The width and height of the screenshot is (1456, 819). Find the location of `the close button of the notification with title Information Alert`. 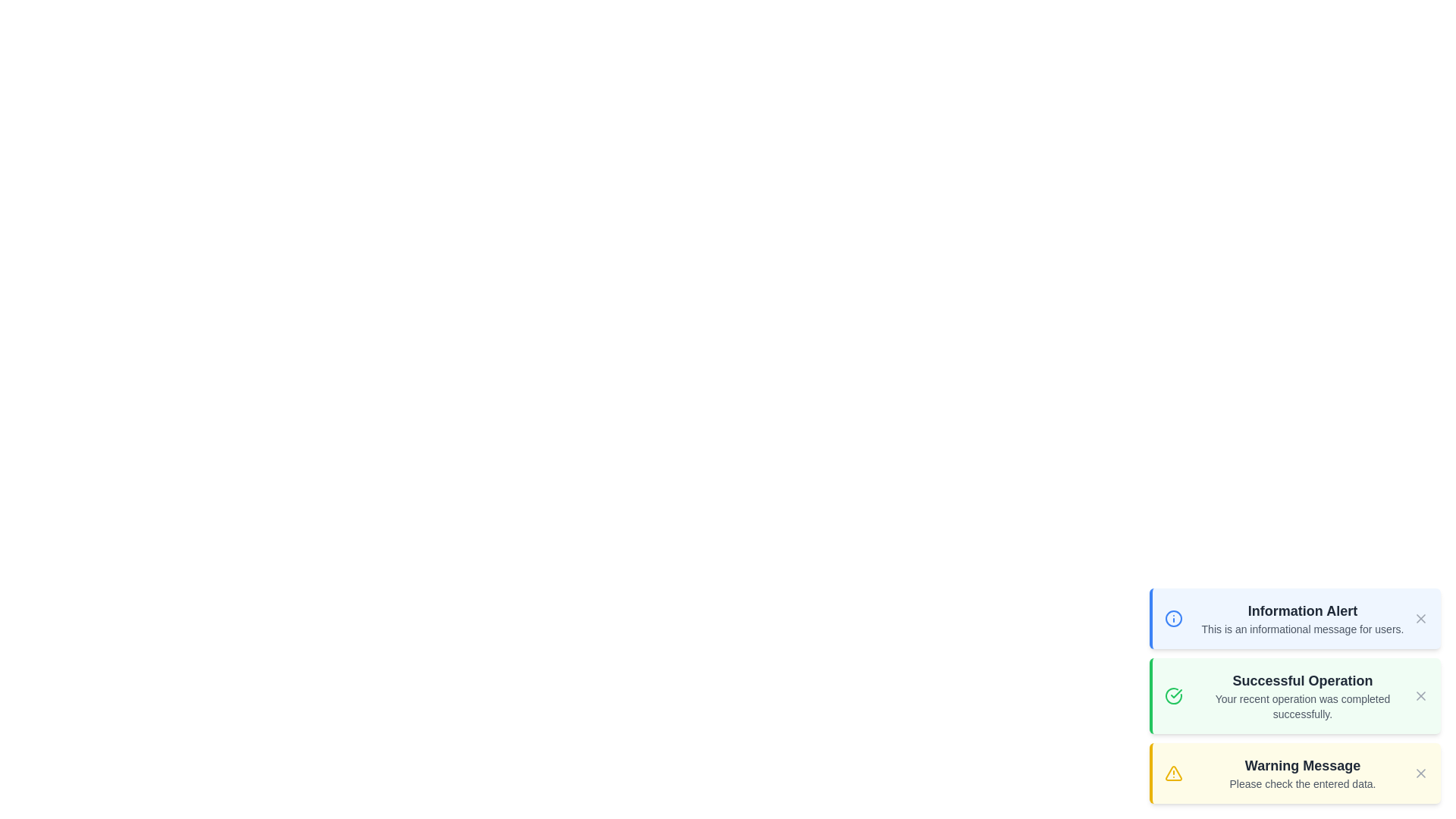

the close button of the notification with title Information Alert is located at coordinates (1420, 619).